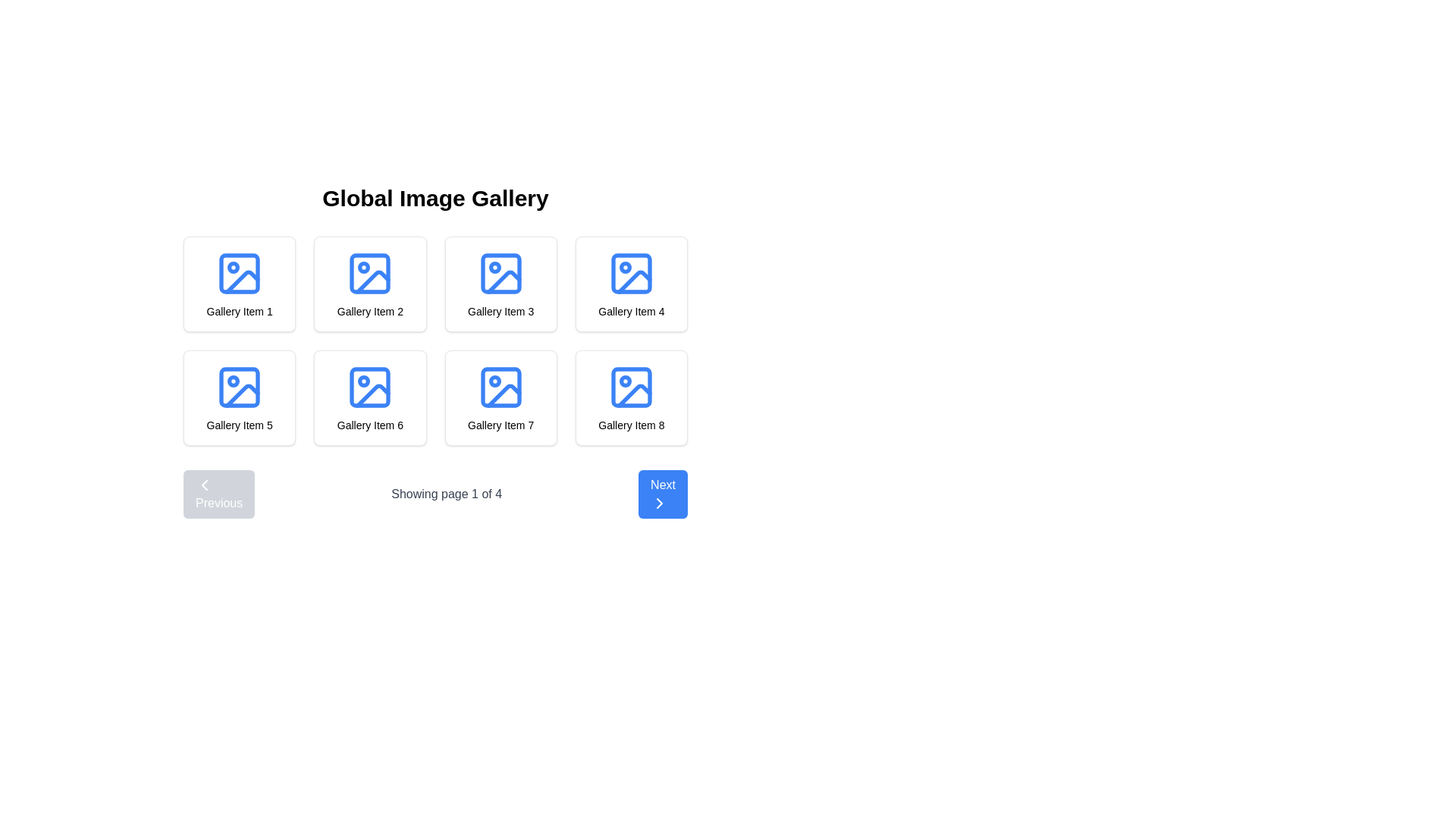 This screenshot has height=819, width=1456. What do you see at coordinates (500, 284) in the screenshot?
I see `the clickable card component representing a gallery item for repositioning in the customizable grid layout` at bounding box center [500, 284].